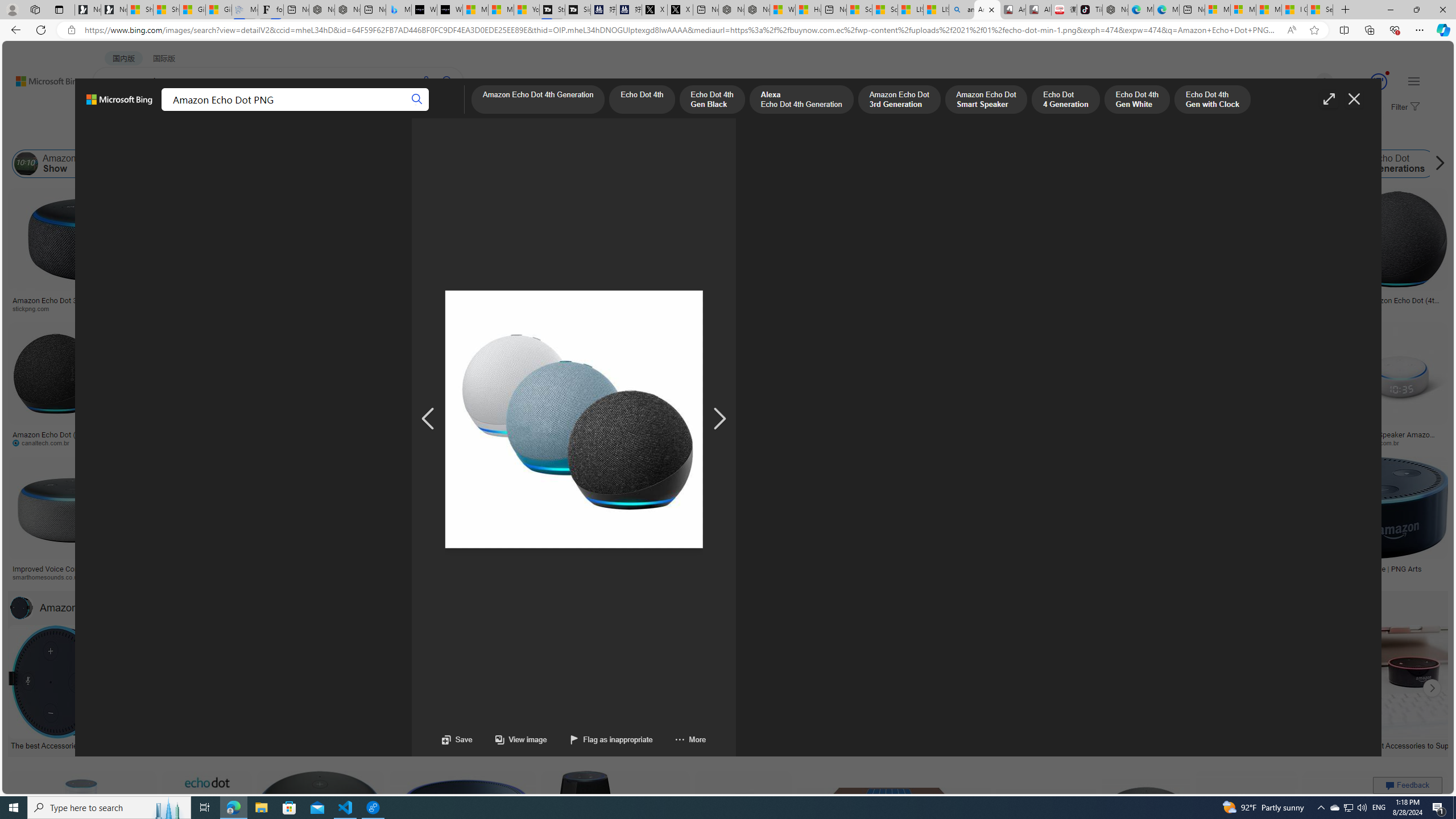 This screenshot has width=1456, height=819. Describe the element at coordinates (1293, 9) in the screenshot. I see `'I Gained 20 Pounds of Muscle in 30 Days! | Watch'` at that location.